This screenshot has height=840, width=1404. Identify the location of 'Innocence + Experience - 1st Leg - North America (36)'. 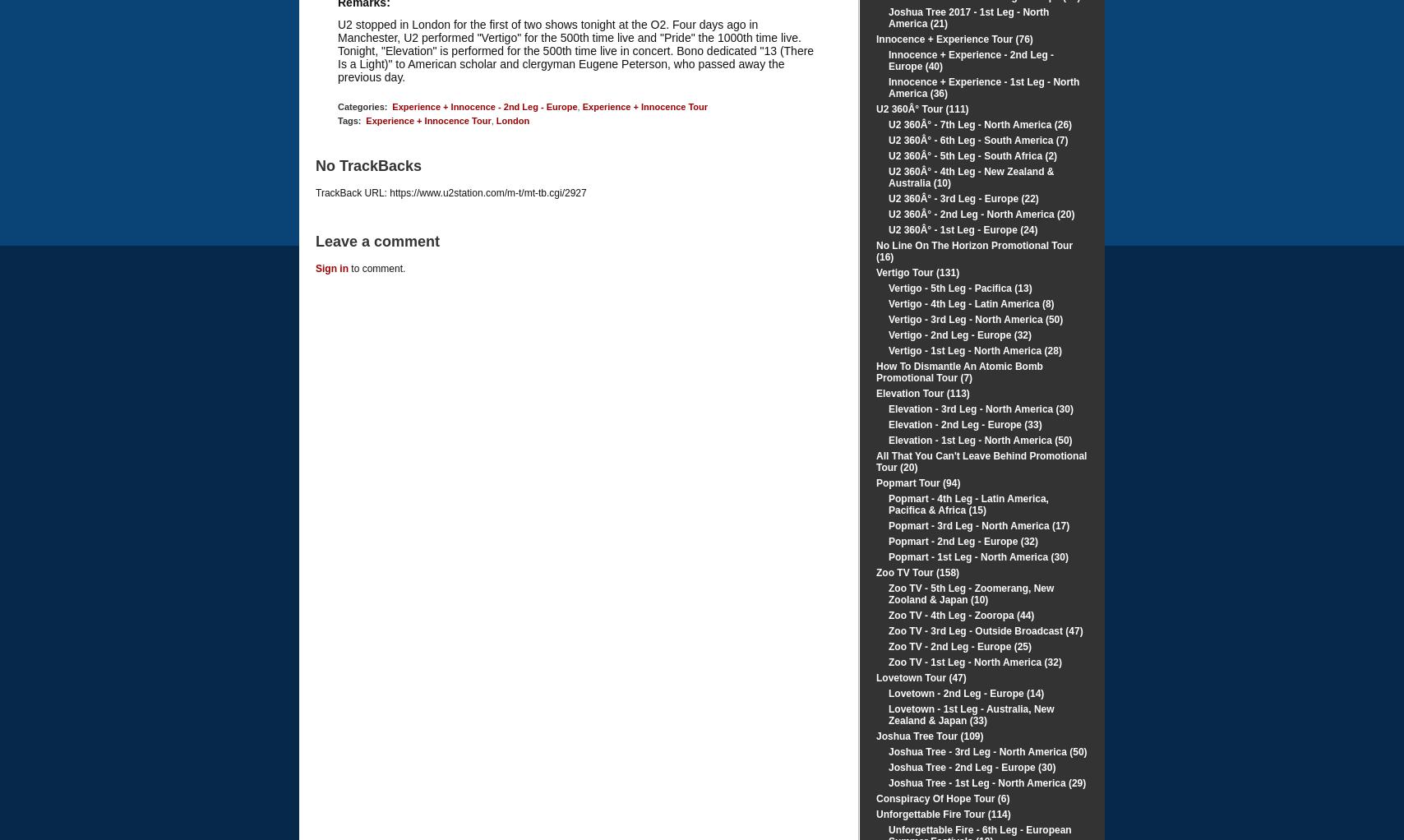
(983, 87).